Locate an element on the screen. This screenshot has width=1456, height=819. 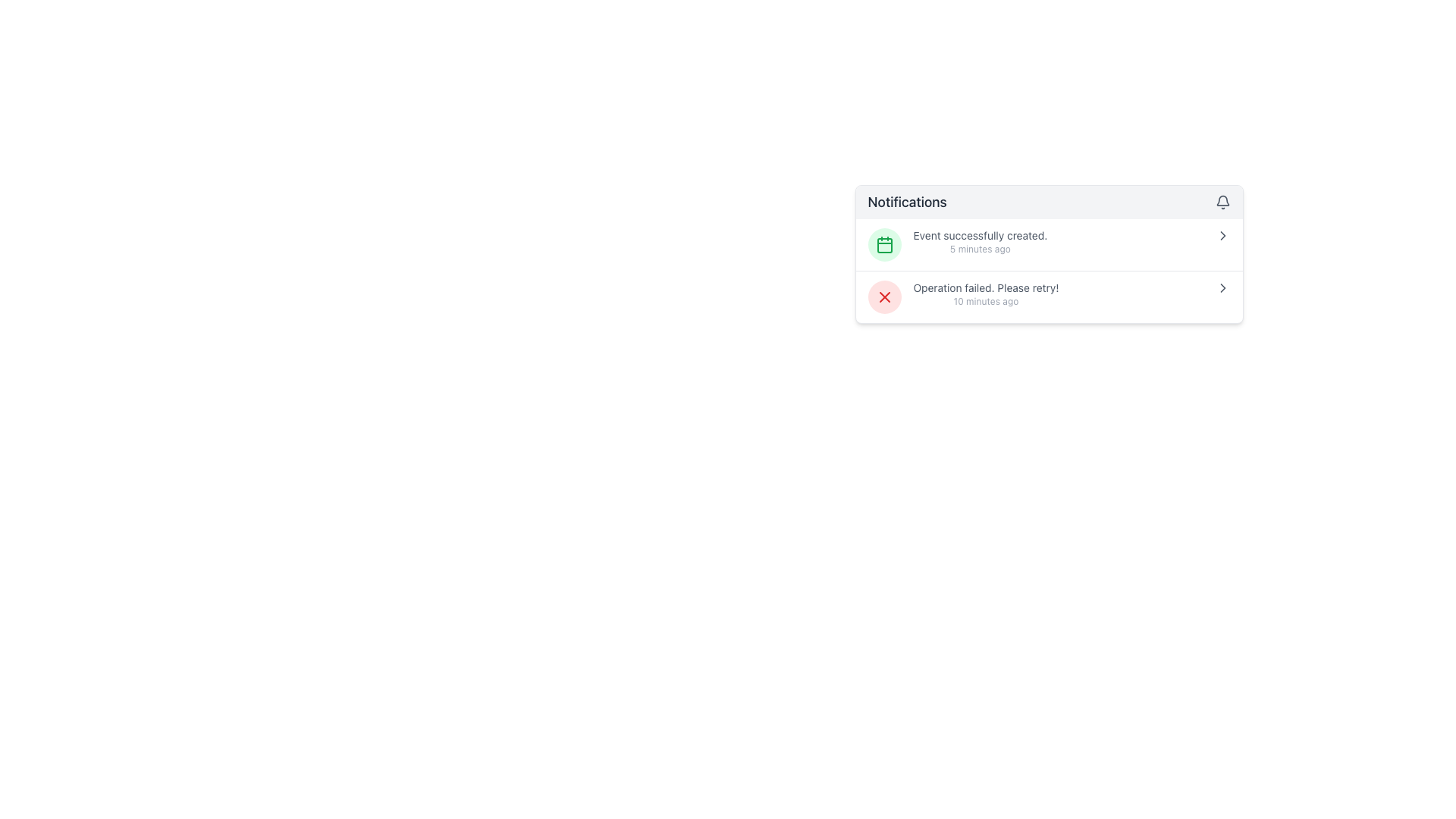
the error status indicator icon located on the left side of the second notification item, adjacent to the text 'Operation failed. Please retry!' and '10 minutes ago' is located at coordinates (884, 297).